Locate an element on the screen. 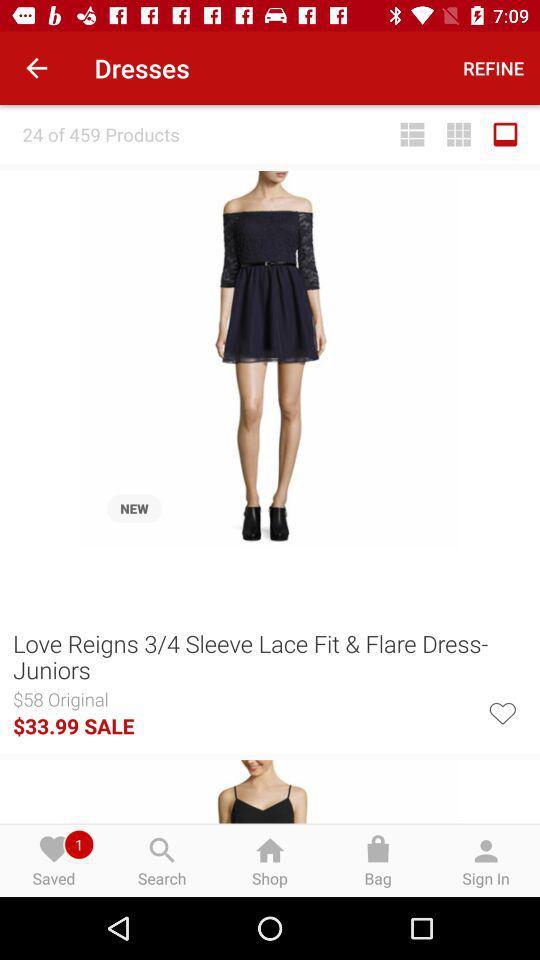 The height and width of the screenshot is (960, 540). it is located at coordinates (501, 711).